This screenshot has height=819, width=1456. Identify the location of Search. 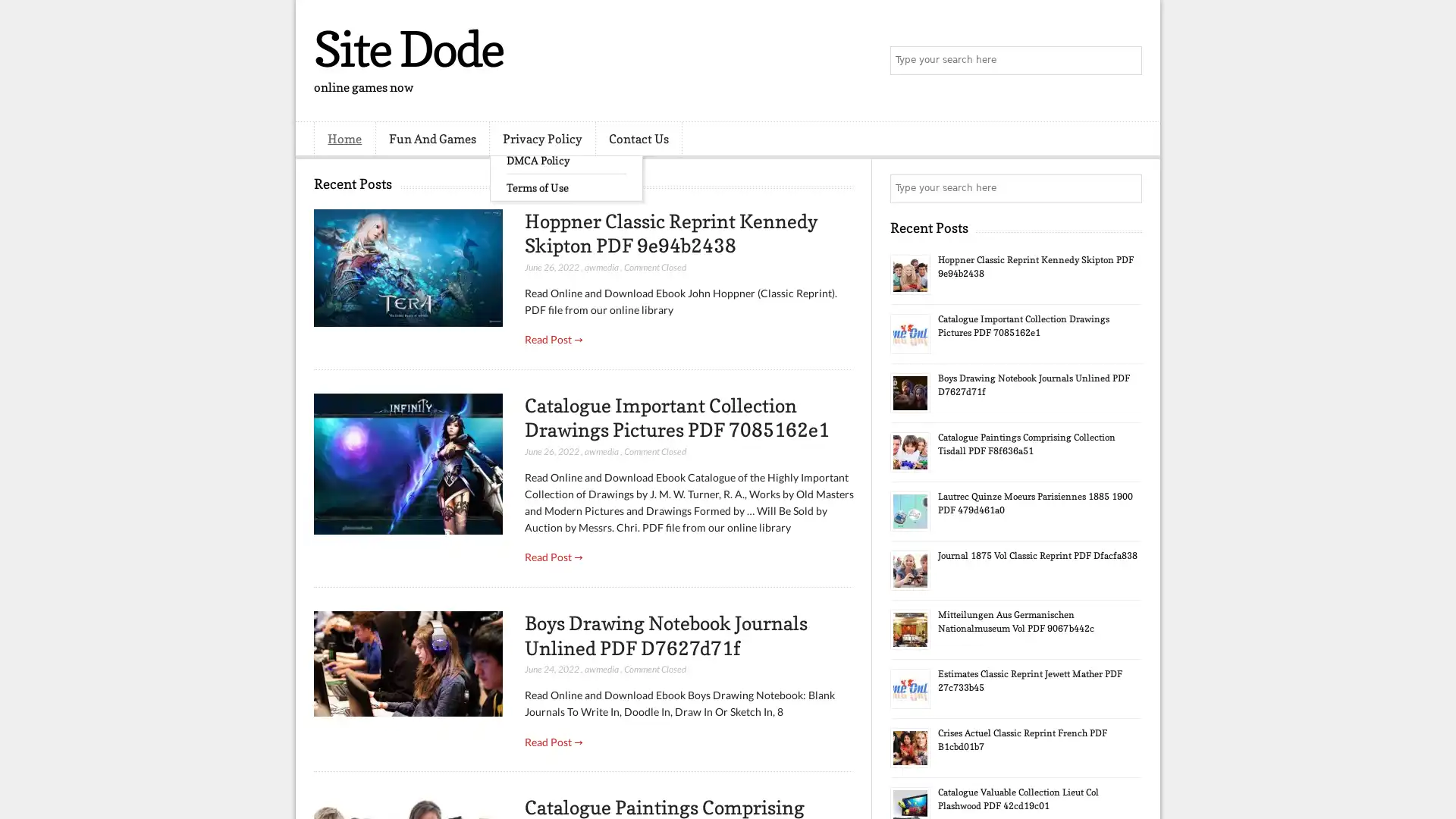
(1126, 188).